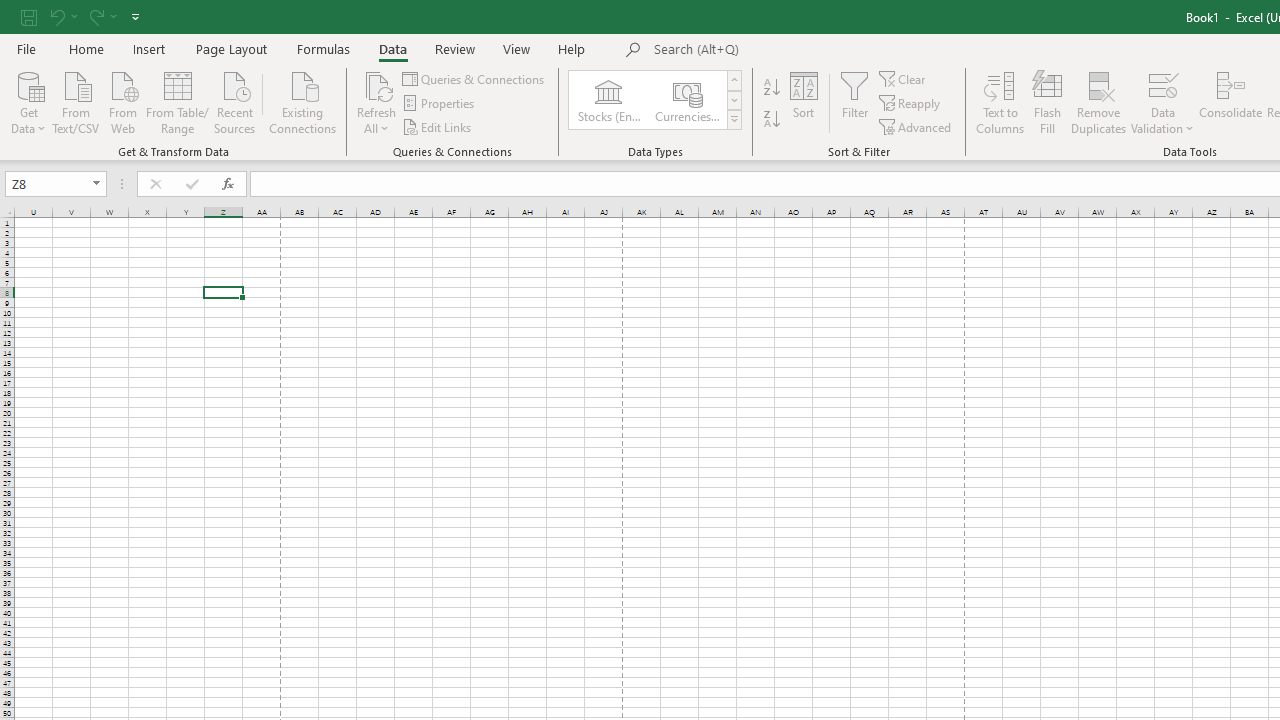 This screenshot has width=1280, height=720. I want to click on 'Refresh All', so click(376, 84).